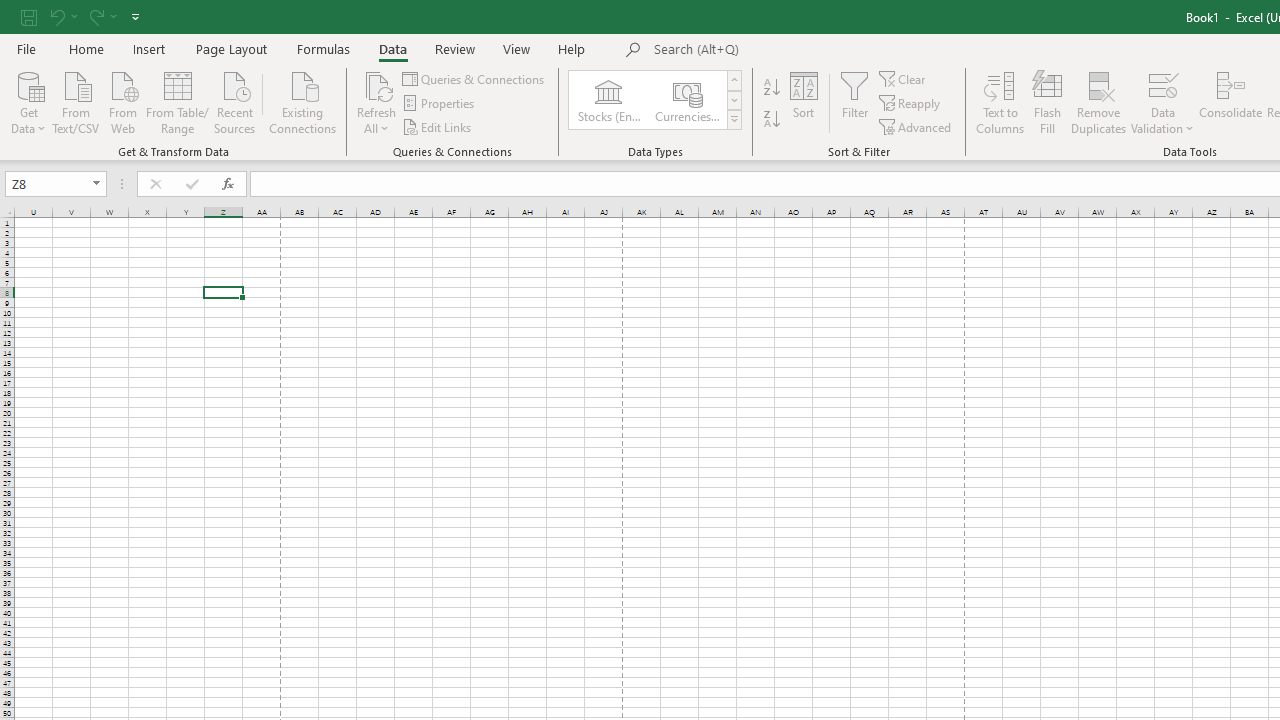 This screenshot has width=1280, height=720. I want to click on 'Refresh All', so click(376, 84).